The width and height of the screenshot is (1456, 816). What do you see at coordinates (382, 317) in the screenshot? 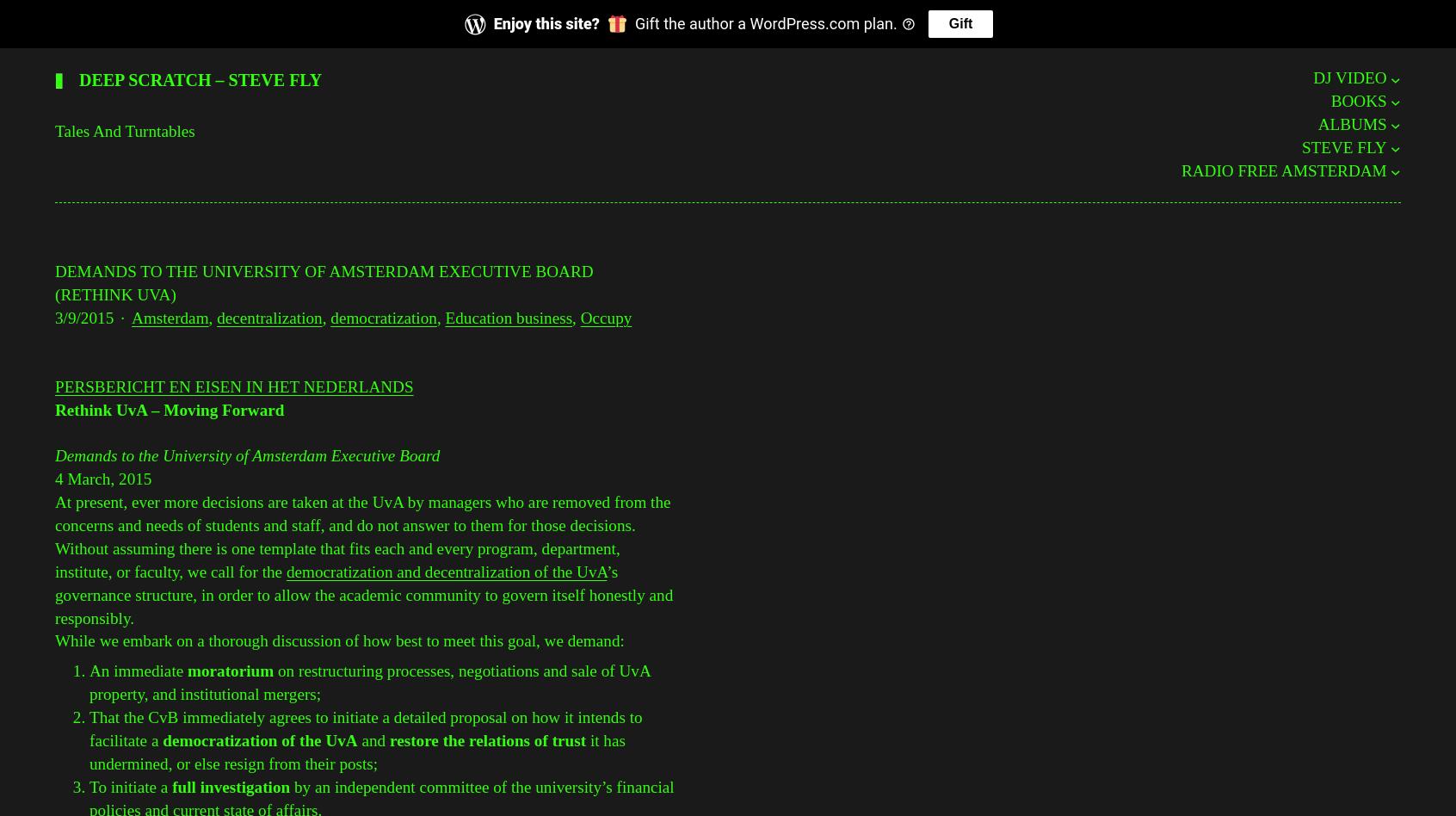
I see `'democratization'` at bounding box center [382, 317].